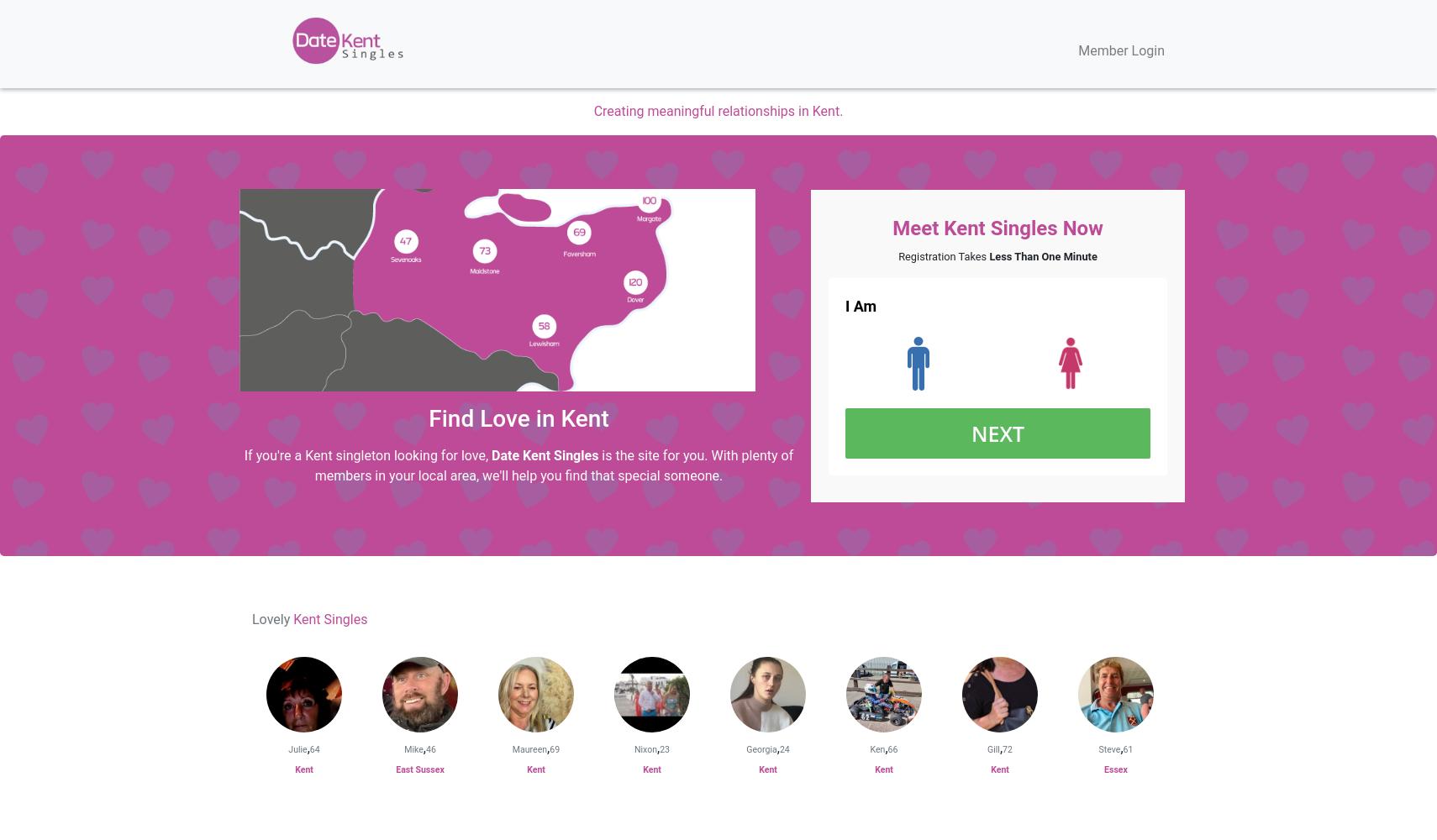 The height and width of the screenshot is (840, 1437). Describe the element at coordinates (645, 749) in the screenshot. I see `'Nixon'` at that location.